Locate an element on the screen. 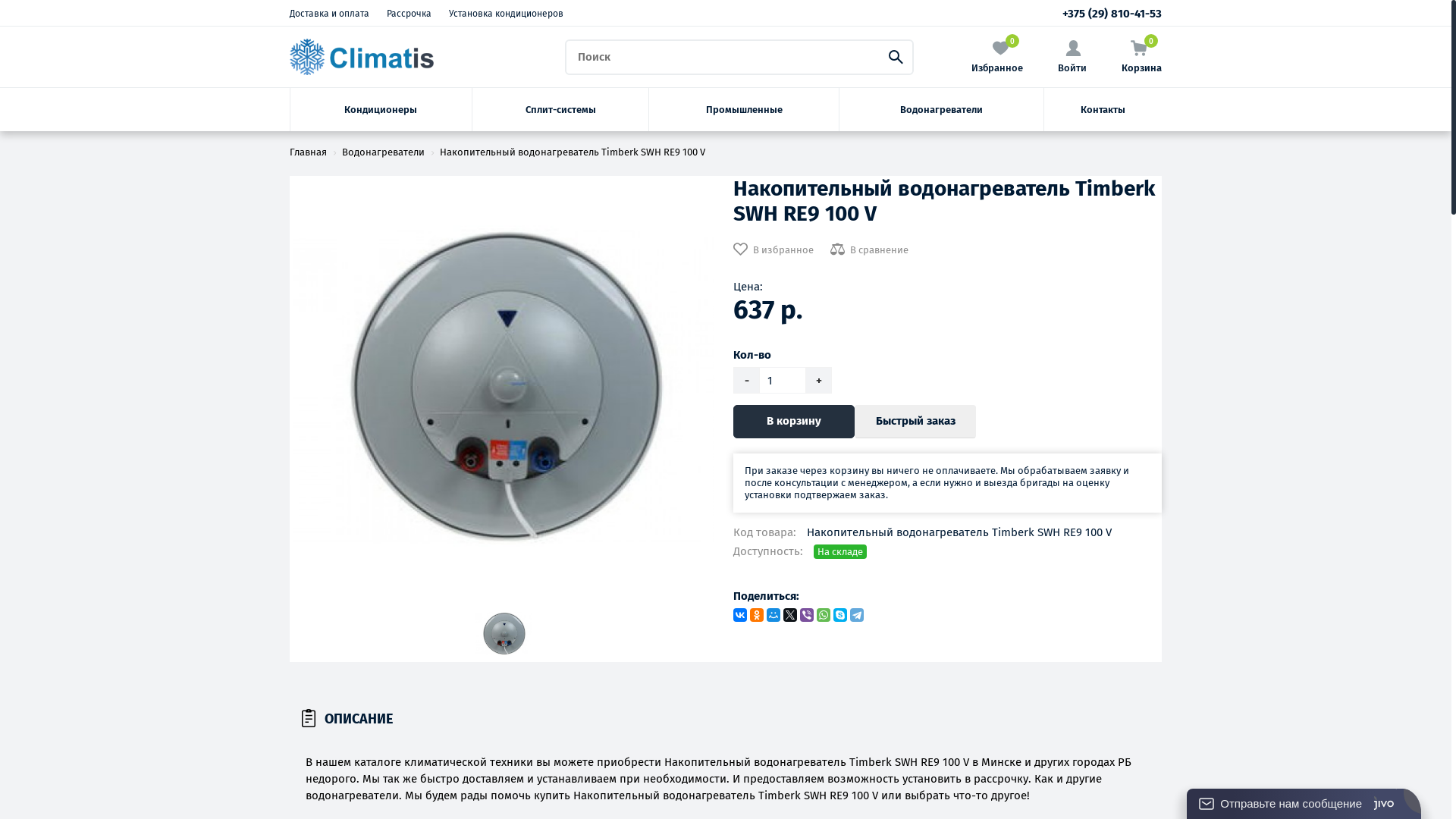 This screenshot has width=1456, height=819. 'WhatsApp' is located at coordinates (822, 614).